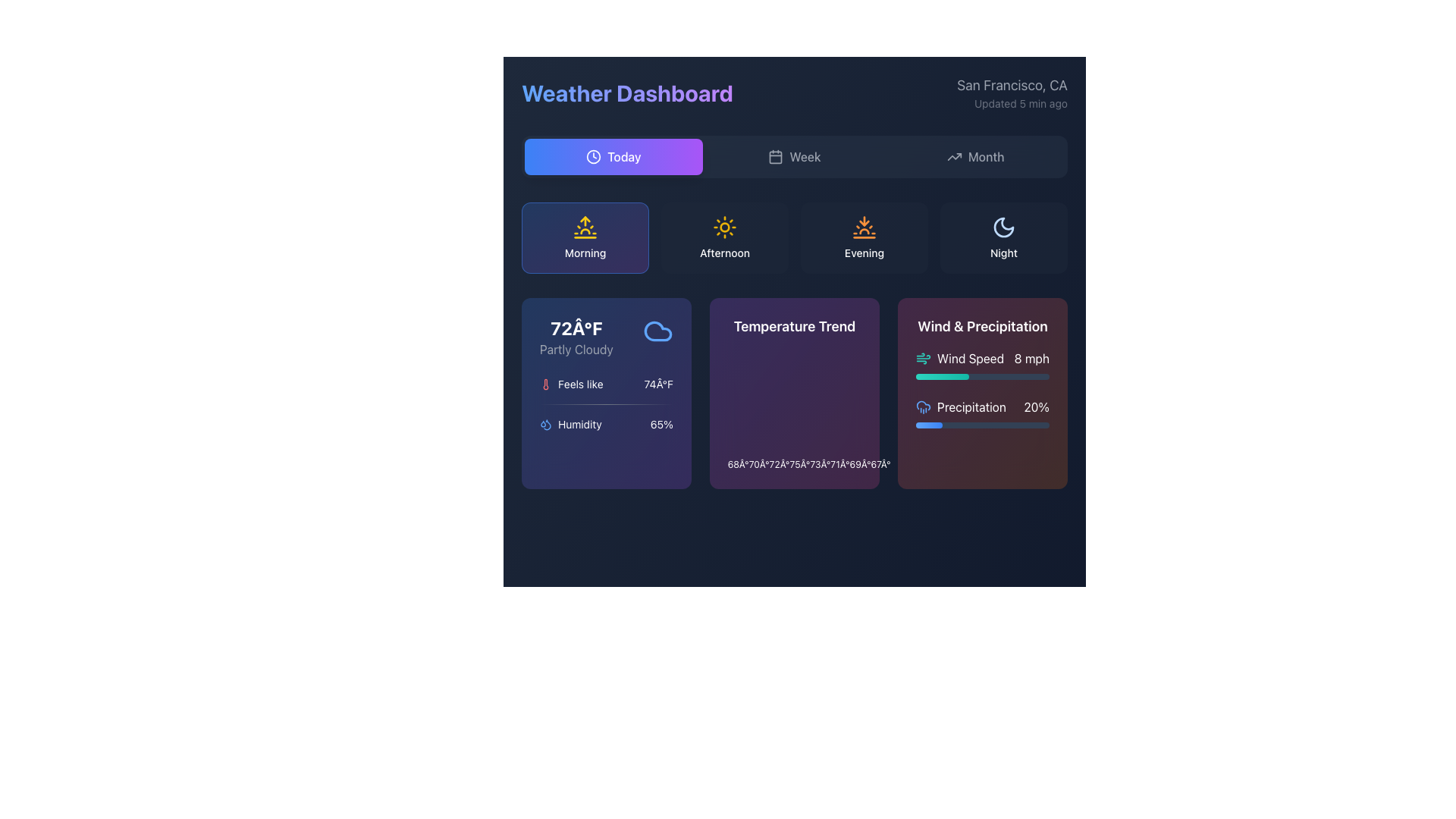  I want to click on the weather metrics display in the lower-right corner of the 'Wind & Precipitation' card, so click(983, 388).